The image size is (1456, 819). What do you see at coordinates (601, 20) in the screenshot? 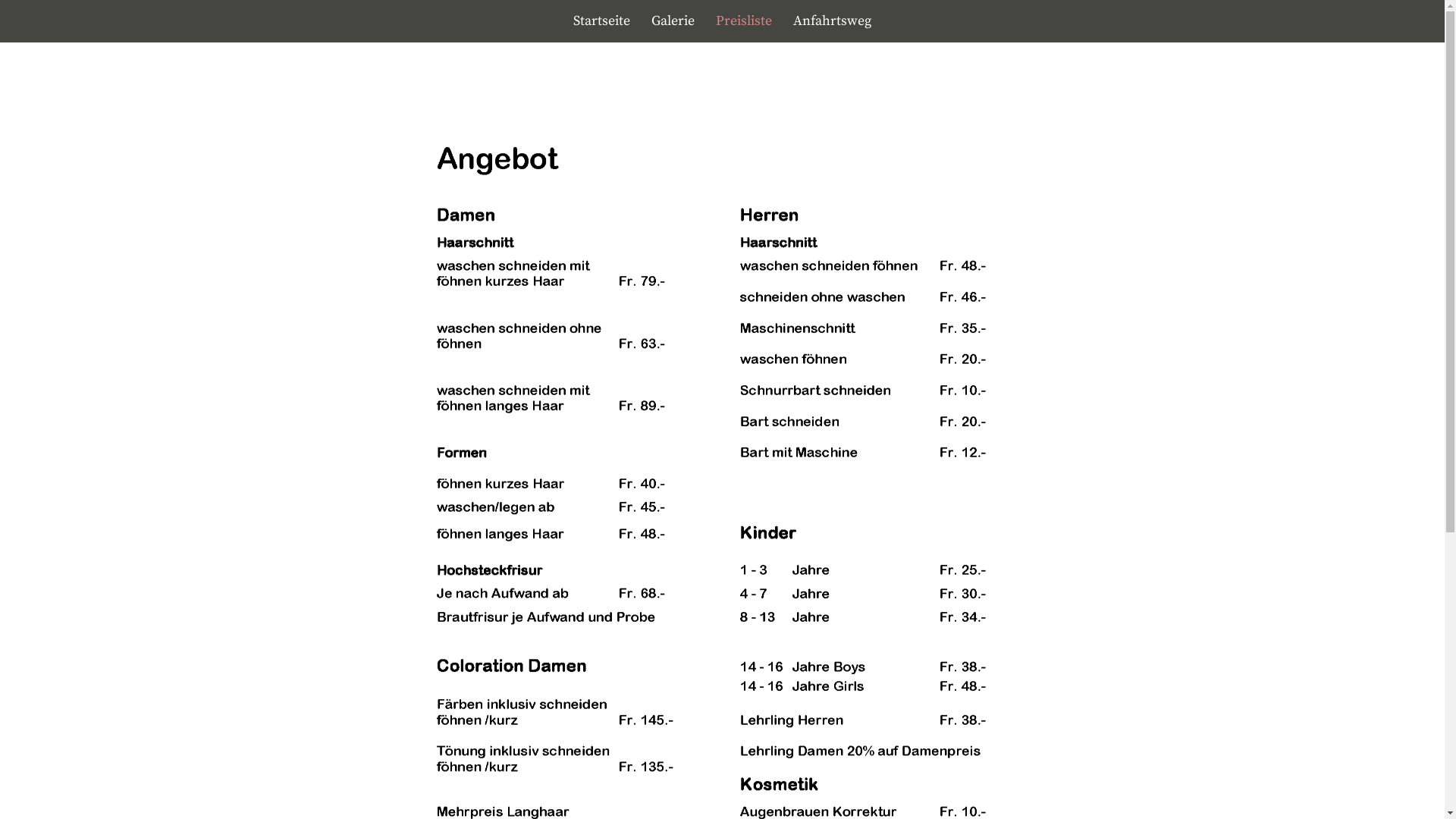
I see `'Startseite'` at bounding box center [601, 20].